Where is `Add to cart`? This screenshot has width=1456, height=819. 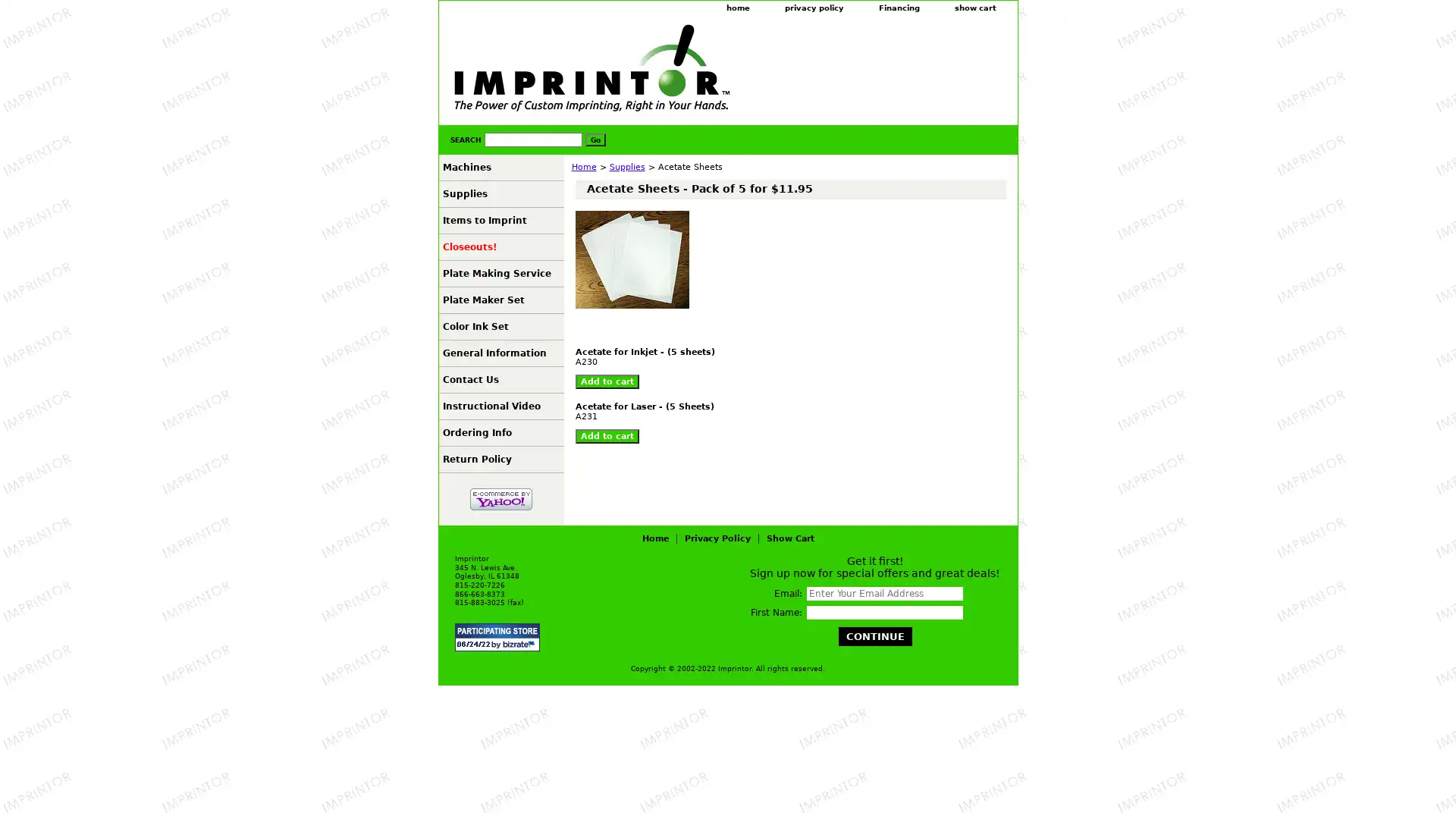 Add to cart is located at coordinates (607, 381).